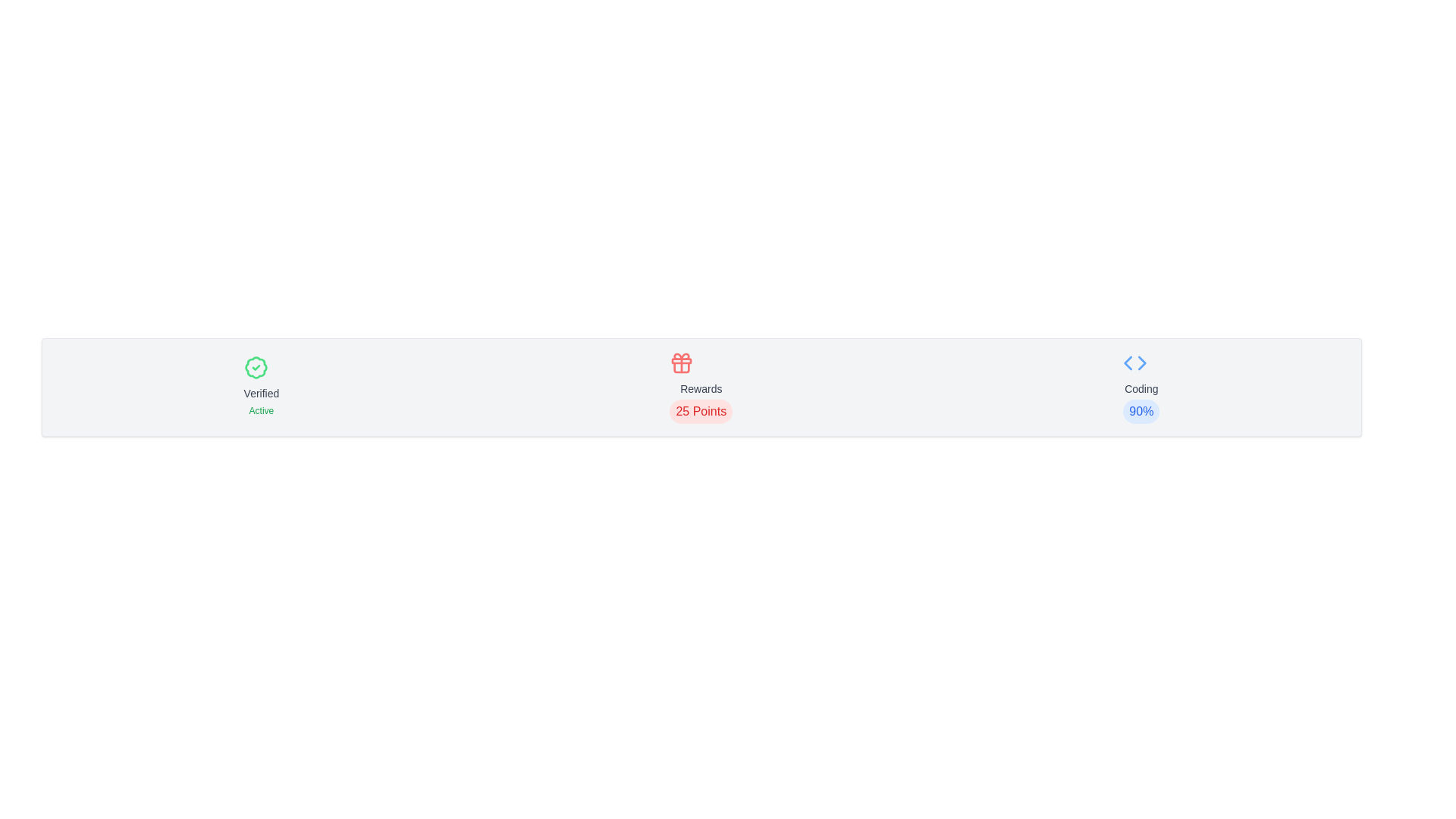 The width and height of the screenshot is (1456, 819). I want to click on the 'Rewards' icon, which visually represents the concept of rewards and is located centrally above the text '25 Points', so click(681, 362).